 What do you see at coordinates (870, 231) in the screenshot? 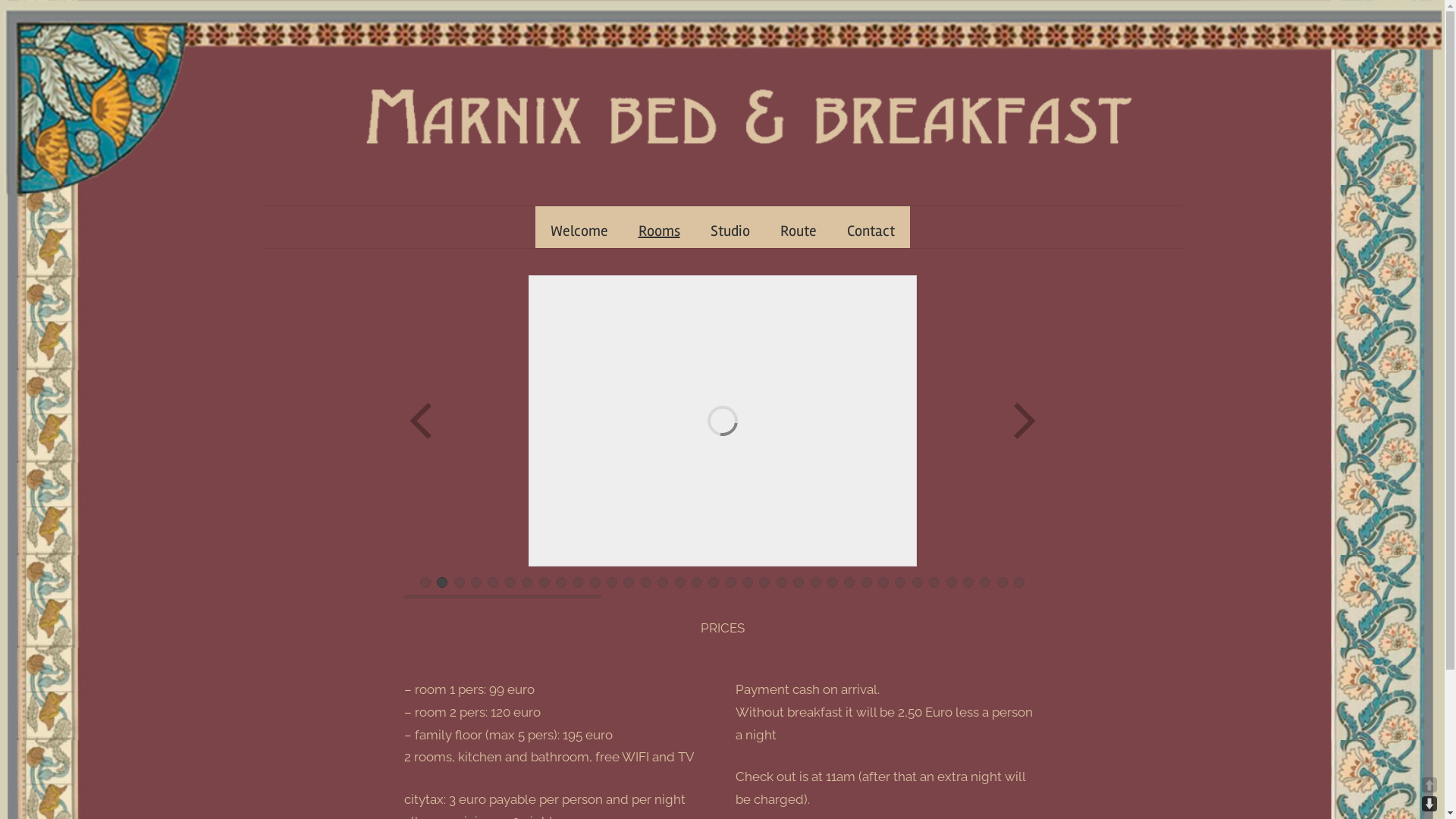
I see `'Contact'` at bounding box center [870, 231].